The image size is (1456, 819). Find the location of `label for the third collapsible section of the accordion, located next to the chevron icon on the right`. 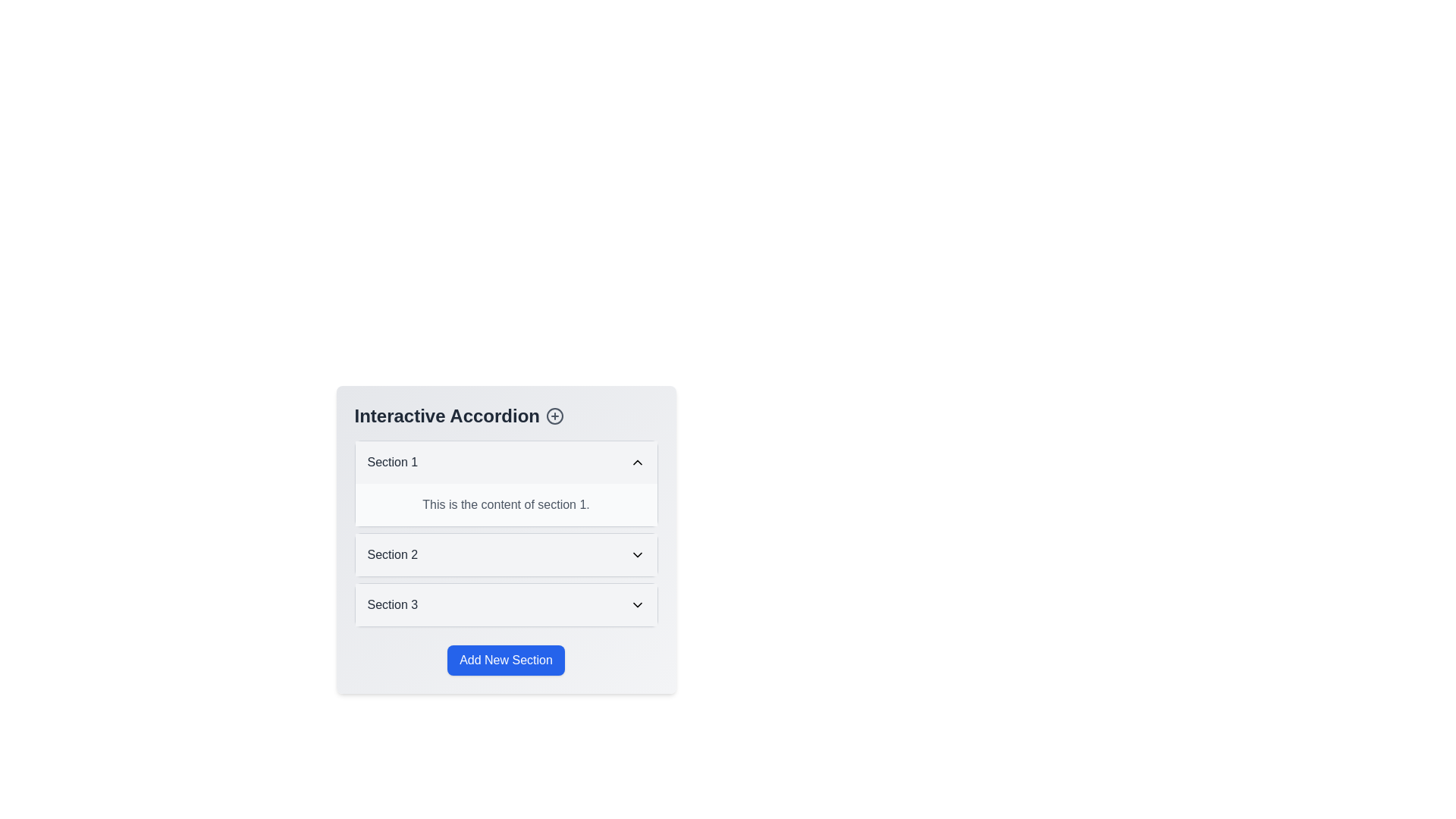

label for the third collapsible section of the accordion, located next to the chevron icon on the right is located at coordinates (392, 604).